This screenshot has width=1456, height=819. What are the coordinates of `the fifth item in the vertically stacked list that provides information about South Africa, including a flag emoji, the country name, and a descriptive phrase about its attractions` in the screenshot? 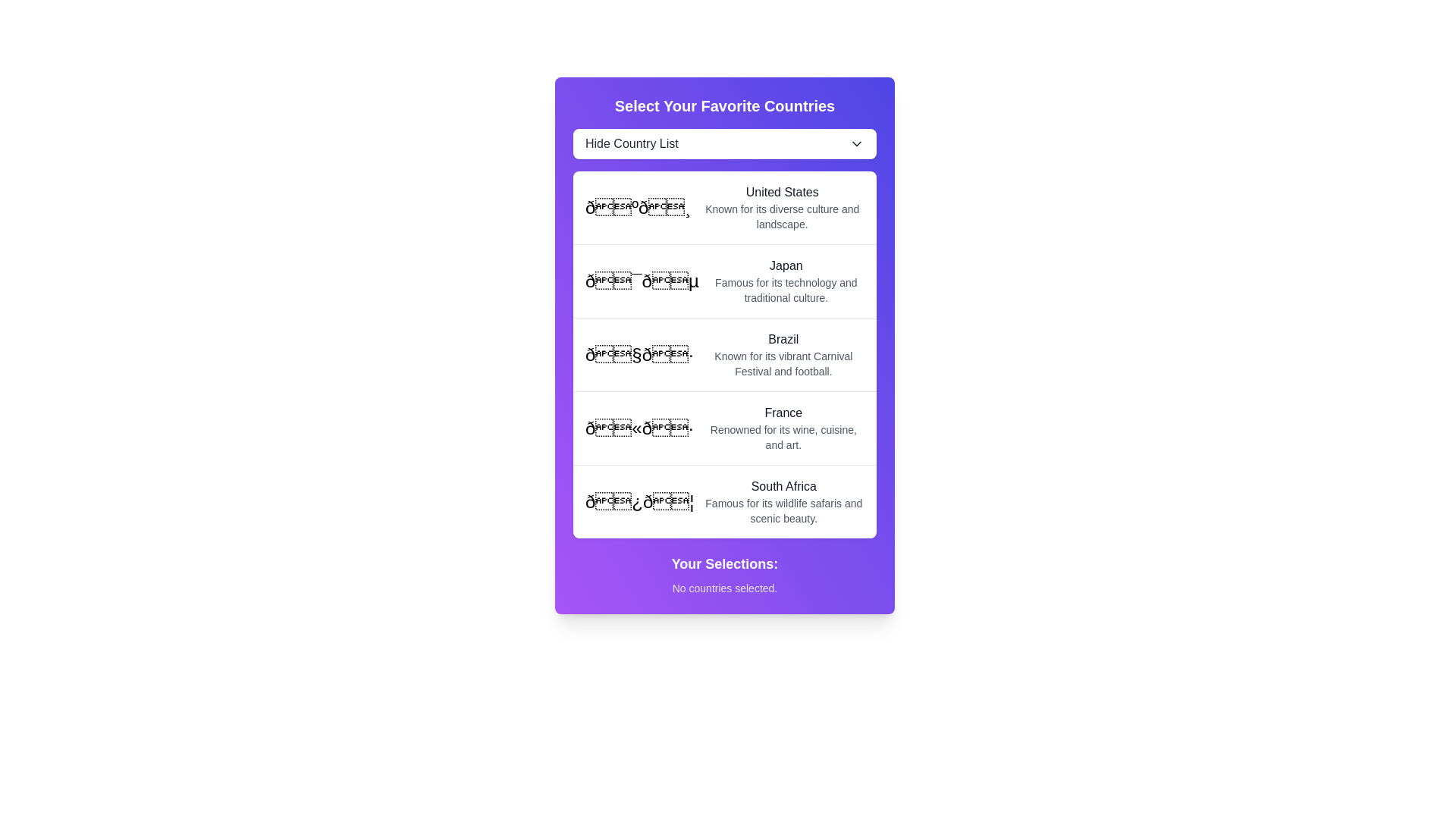 It's located at (723, 500).